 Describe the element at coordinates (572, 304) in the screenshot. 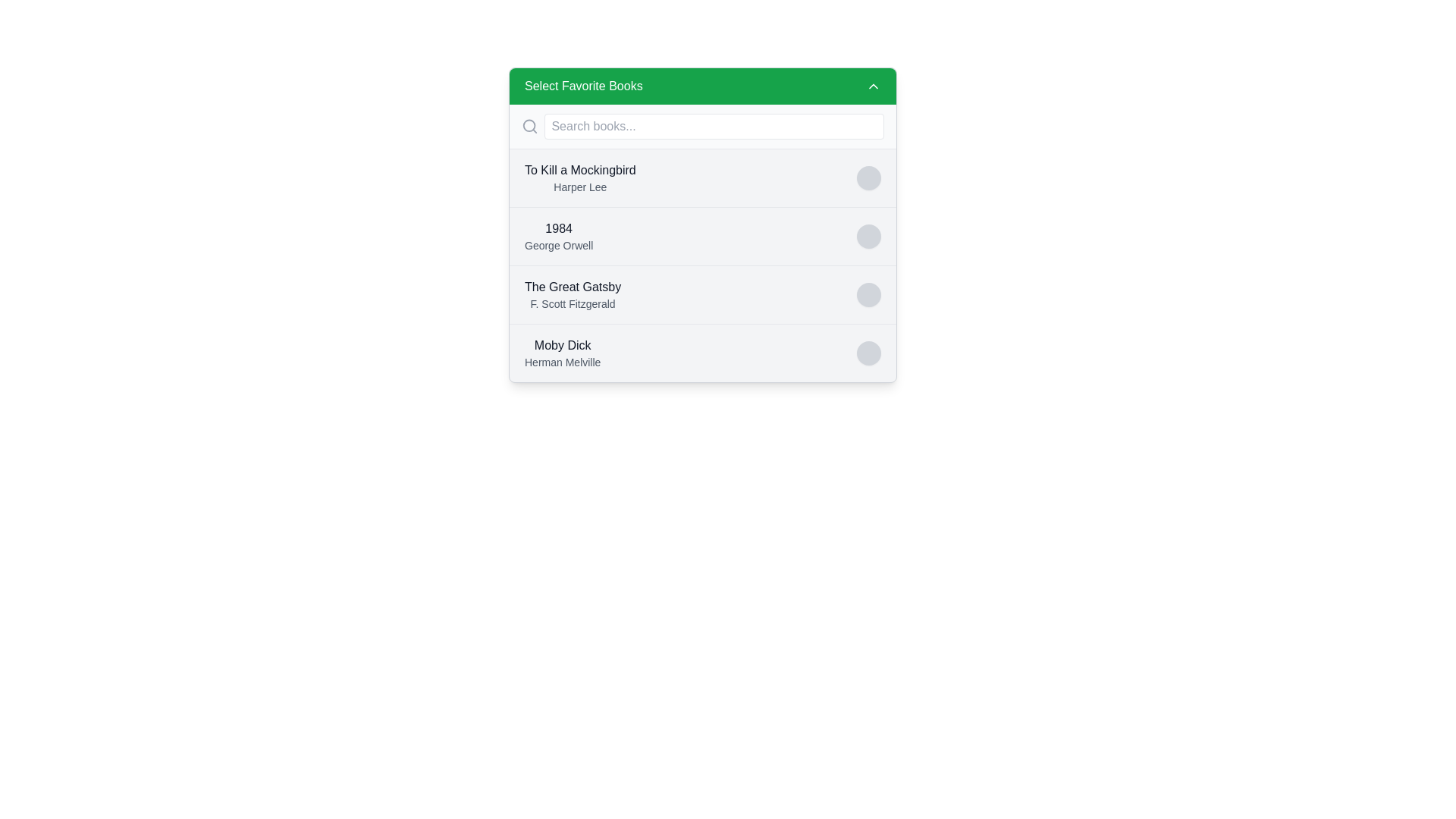

I see `the text label that reads 'F. Scott Fitzgerald', which is located directly below the title 'The Great Gatsby' in the book selection interface` at that location.